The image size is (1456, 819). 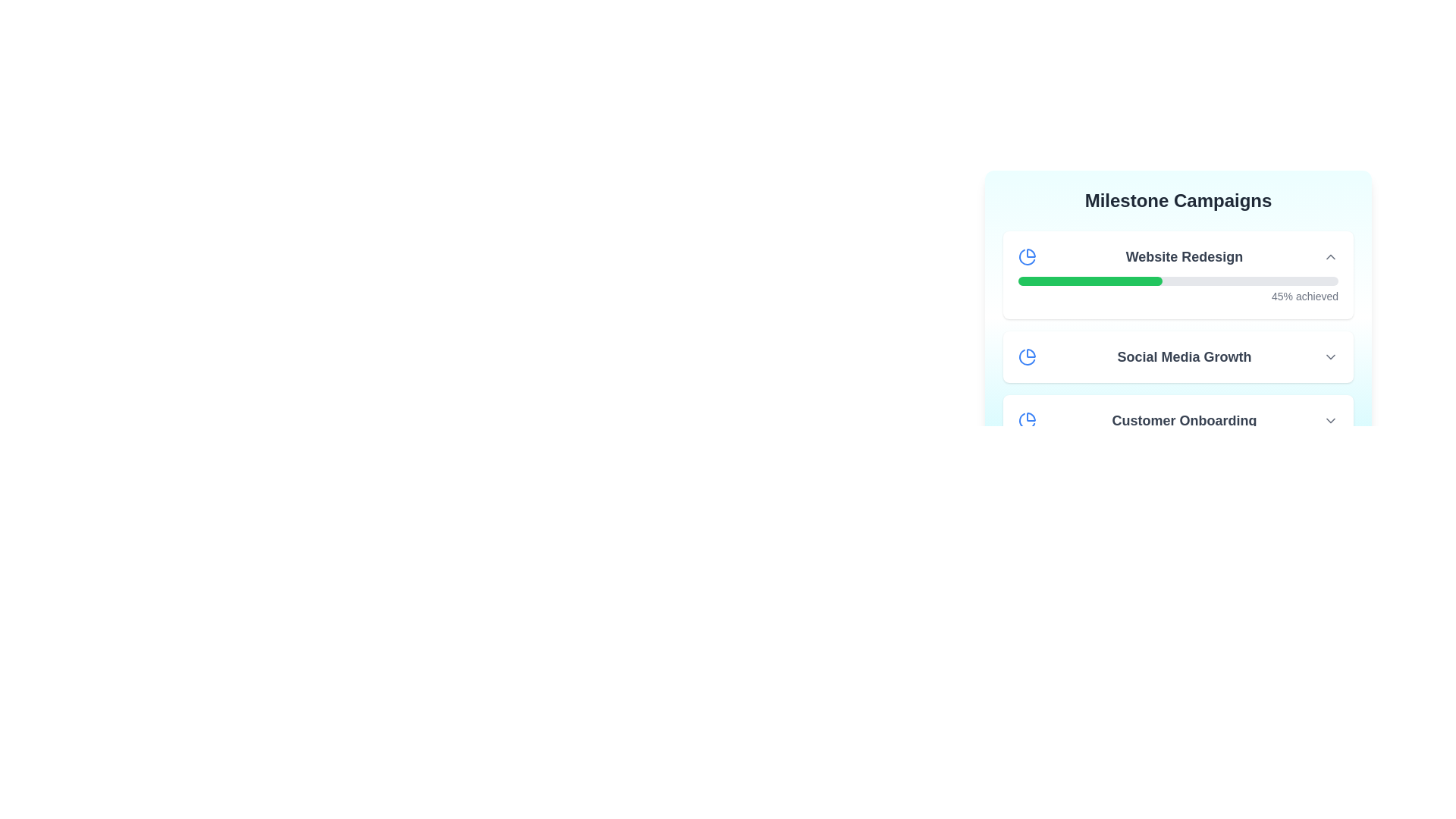 I want to click on the pie chart icon styled in blue that is located next to the text 'Customer Onboarding', so click(x=1027, y=421).